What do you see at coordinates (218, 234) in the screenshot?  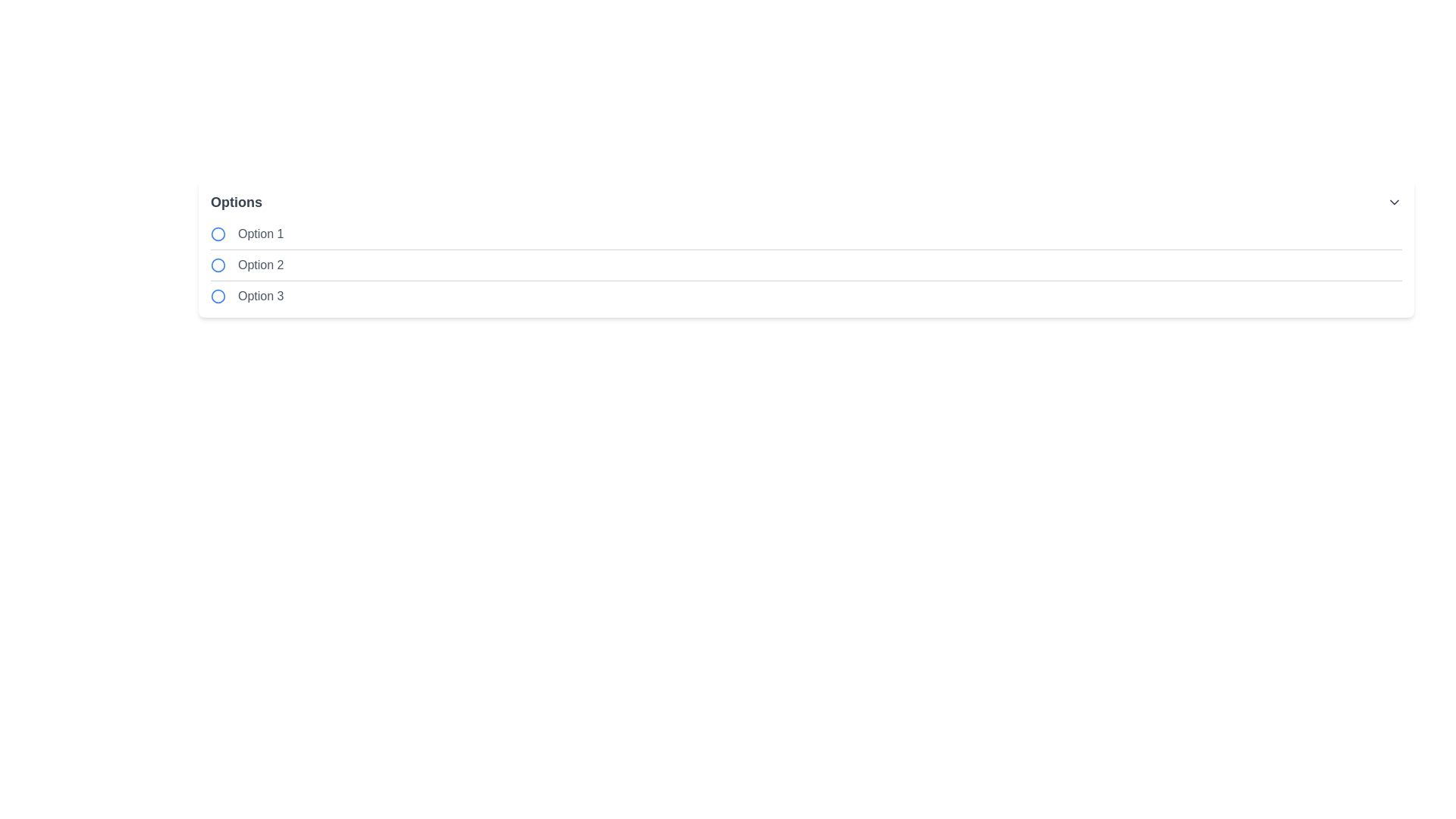 I see `the circular radio button with a blue outline associated with 'Option 1'` at bounding box center [218, 234].